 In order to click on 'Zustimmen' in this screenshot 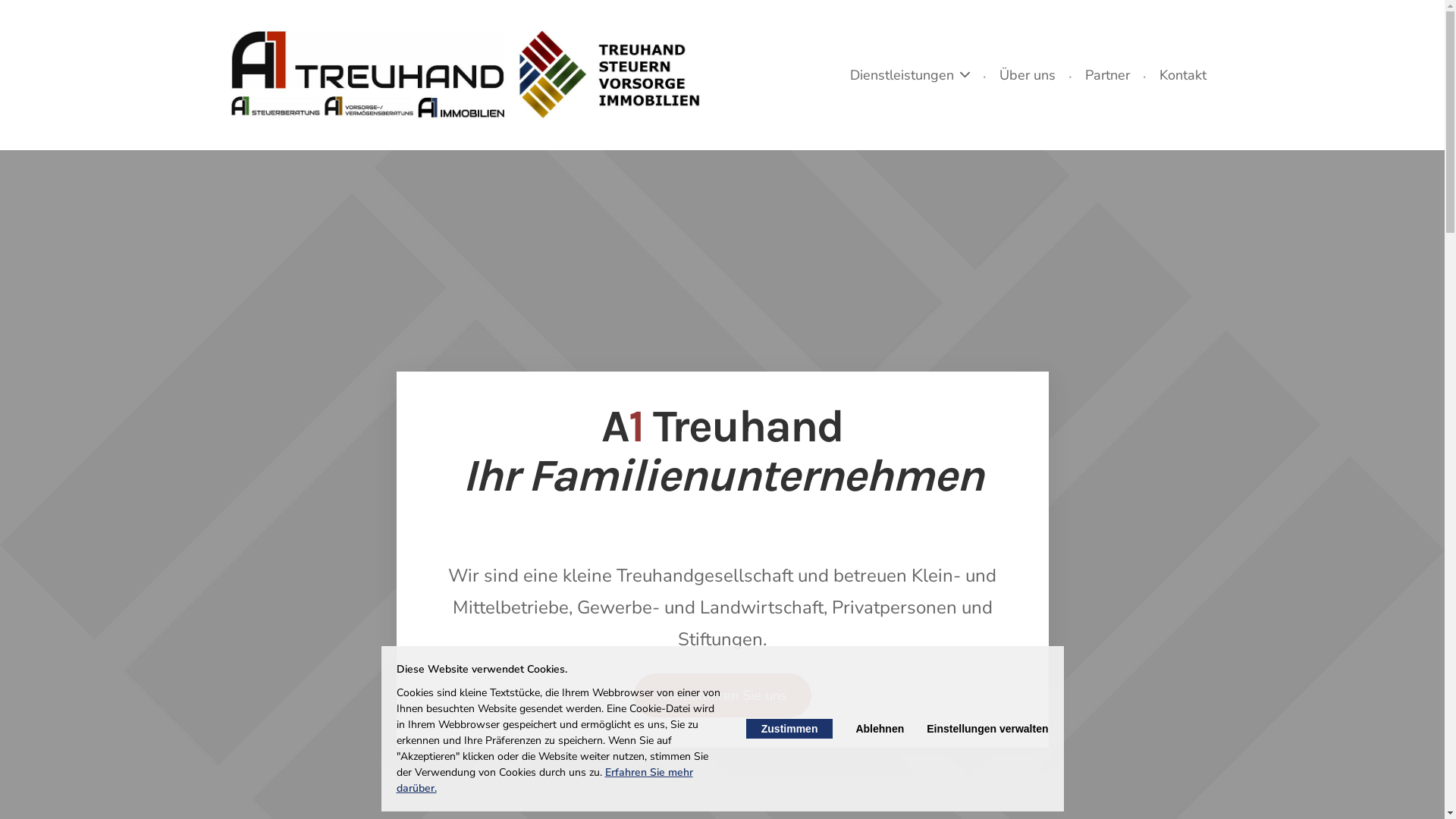, I will do `click(745, 727)`.